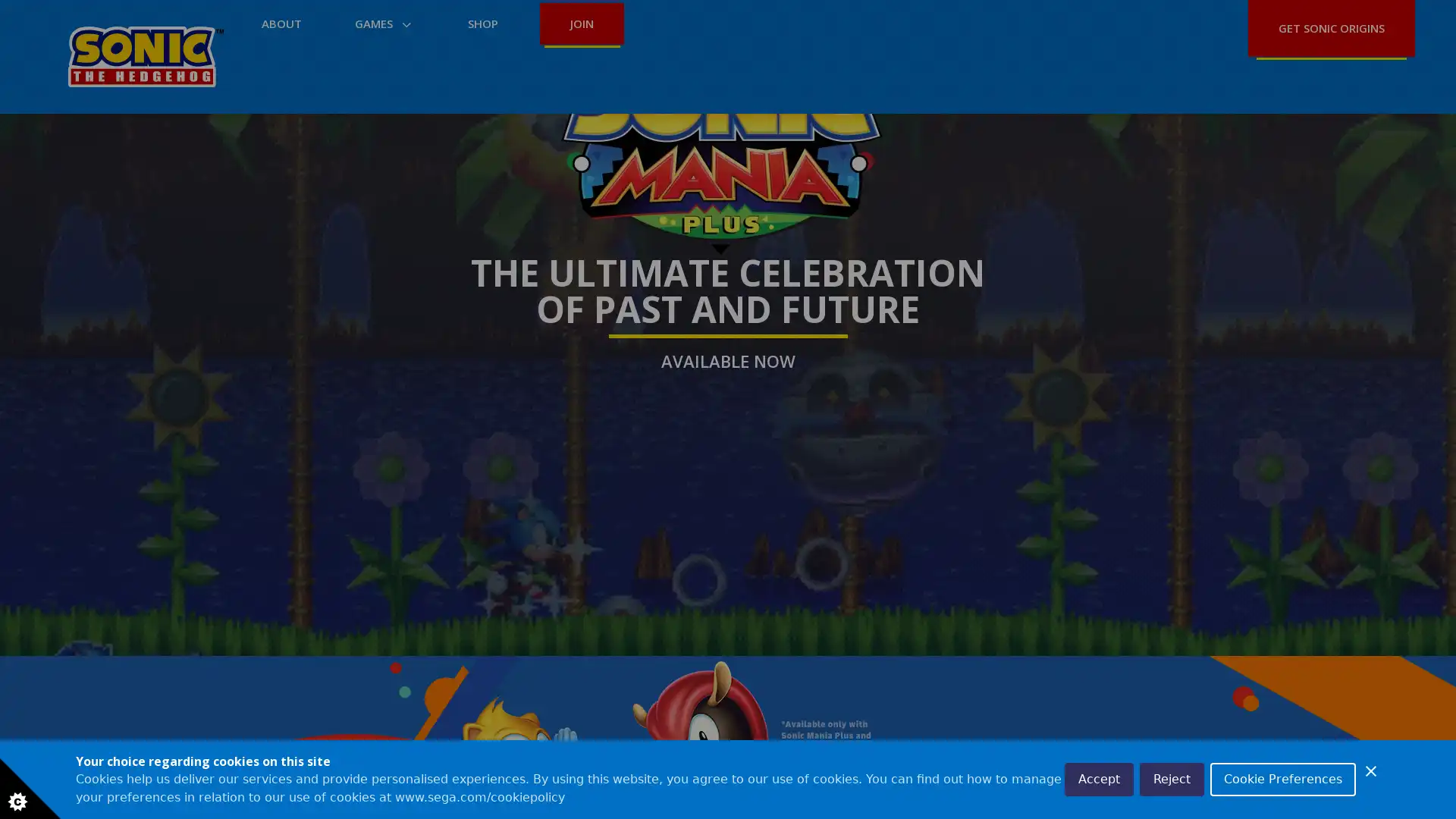 This screenshot has width=1456, height=819. I want to click on Accept, so click(1099, 780).